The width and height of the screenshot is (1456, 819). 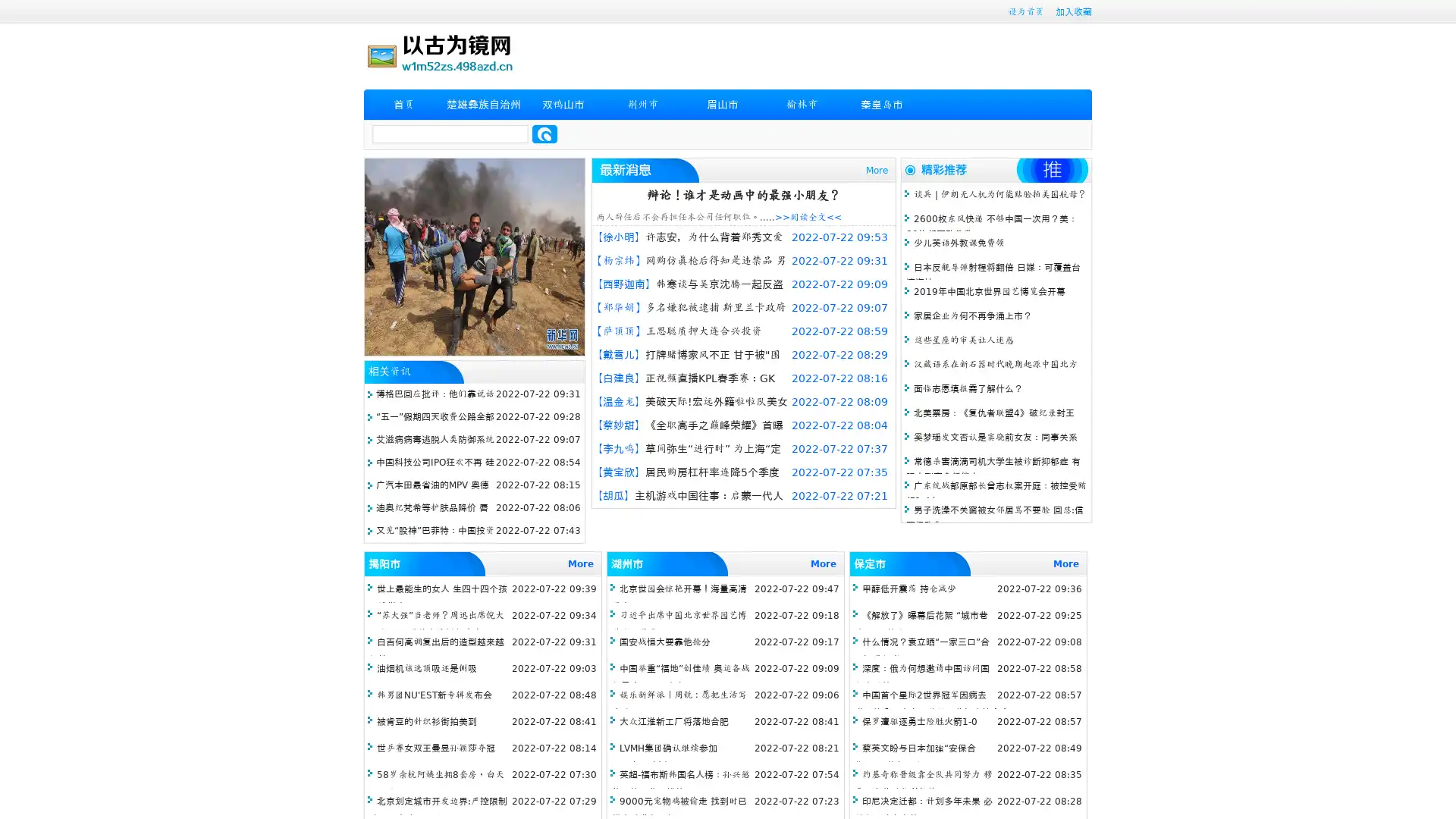 What do you see at coordinates (544, 133) in the screenshot?
I see `Search` at bounding box center [544, 133].